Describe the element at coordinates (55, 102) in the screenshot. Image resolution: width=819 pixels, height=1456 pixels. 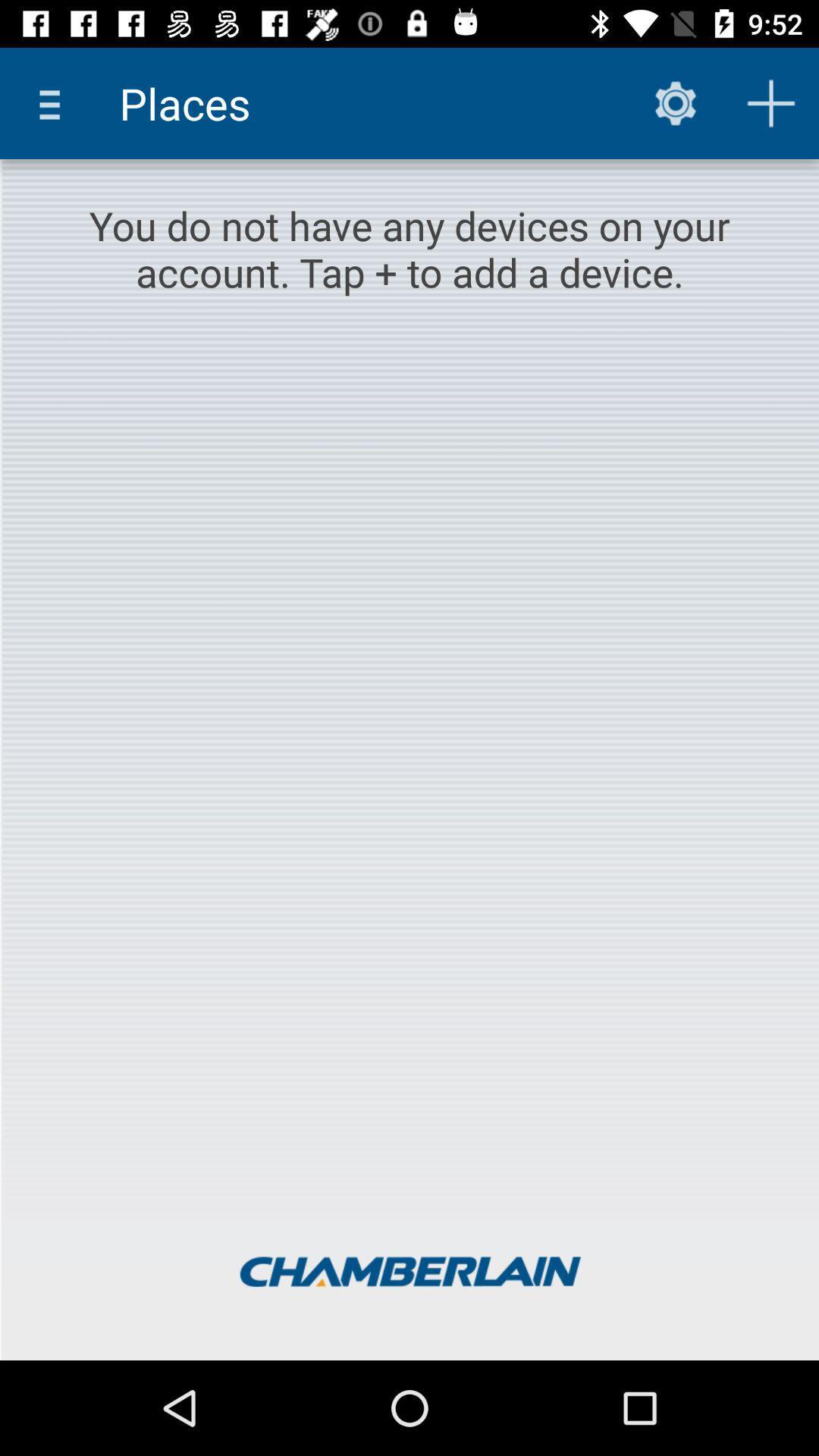
I see `the item next to the places` at that location.